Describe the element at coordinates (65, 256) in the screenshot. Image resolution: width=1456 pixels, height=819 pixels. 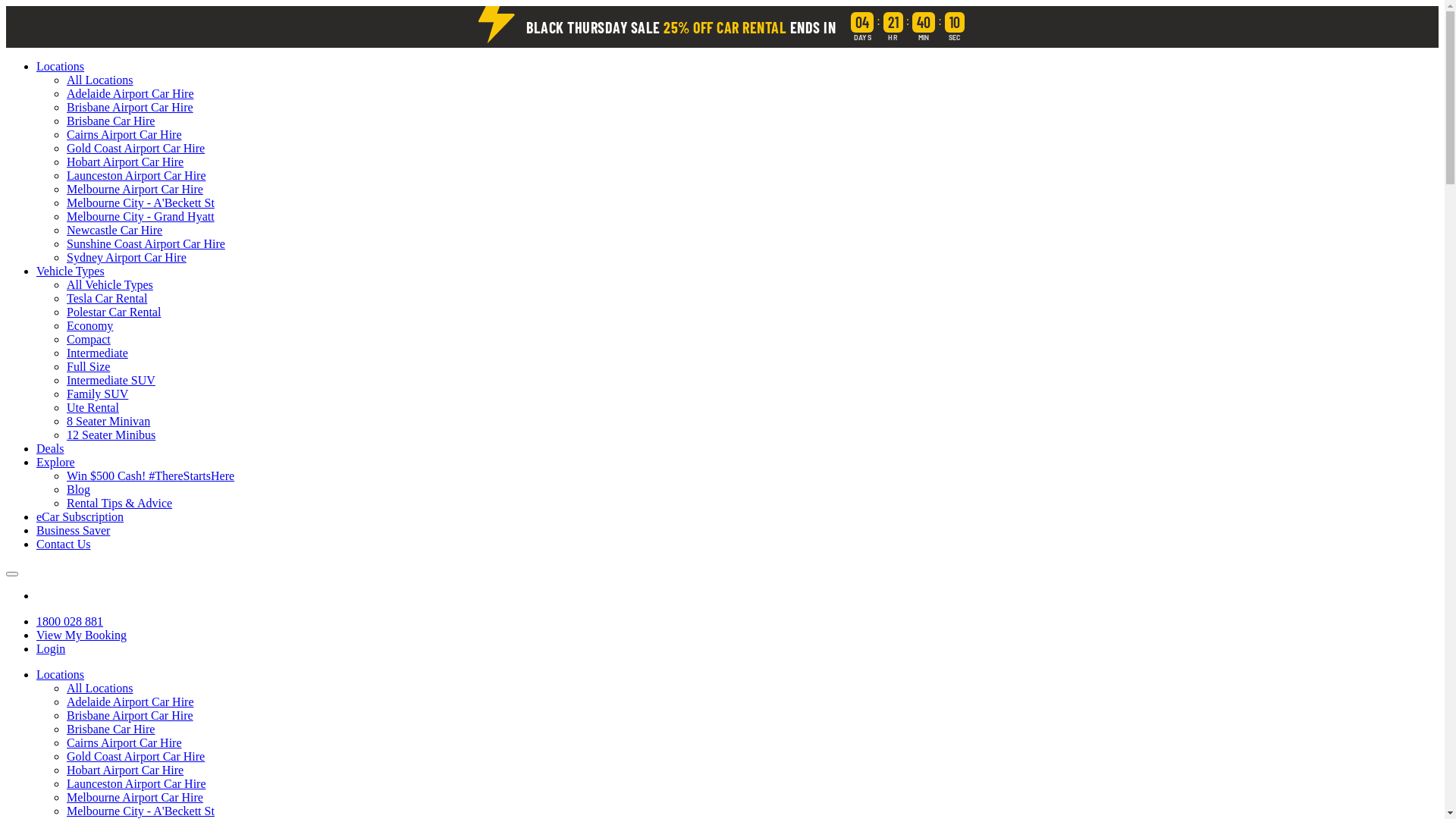
I see `'Sydney Airport Car Hire'` at that location.